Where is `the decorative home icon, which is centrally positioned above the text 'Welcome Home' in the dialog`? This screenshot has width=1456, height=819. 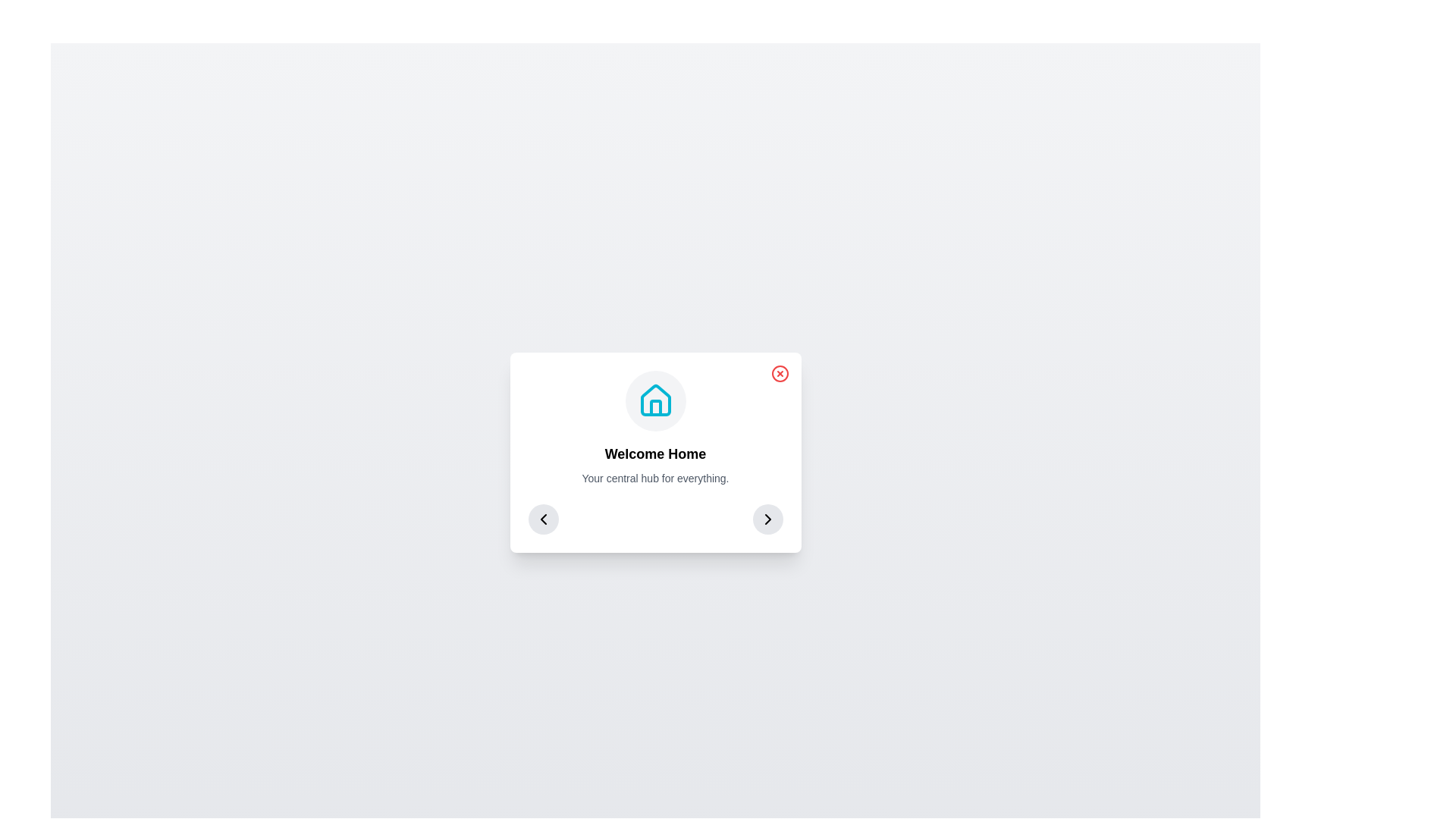 the decorative home icon, which is centrally positioned above the text 'Welcome Home' in the dialog is located at coordinates (655, 400).